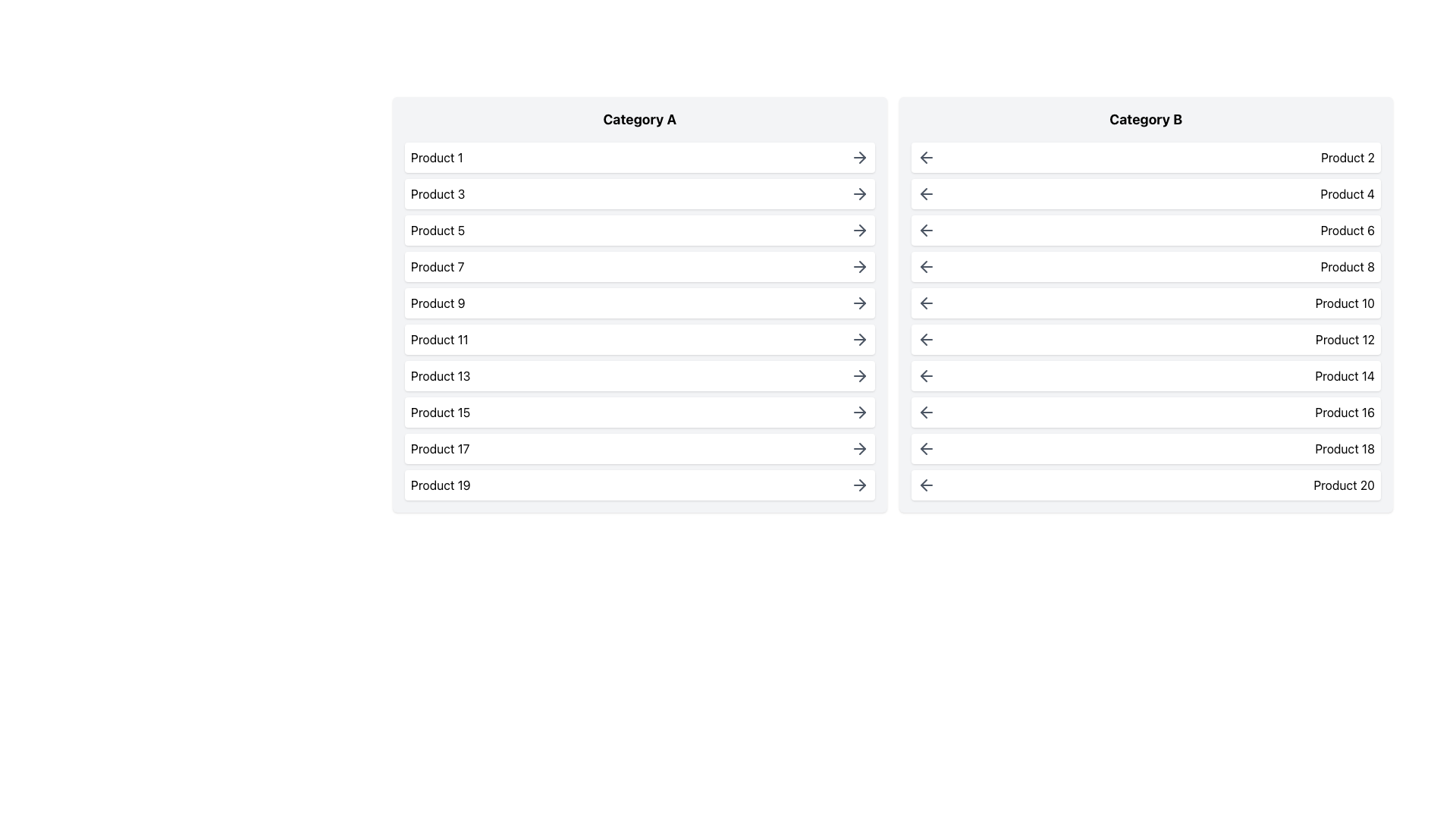 The image size is (1456, 819). Describe the element at coordinates (923, 303) in the screenshot. I see `the leftward chevron icon located at the center of the control section in the GUI, which indicates navigation to the previous item or category` at that location.